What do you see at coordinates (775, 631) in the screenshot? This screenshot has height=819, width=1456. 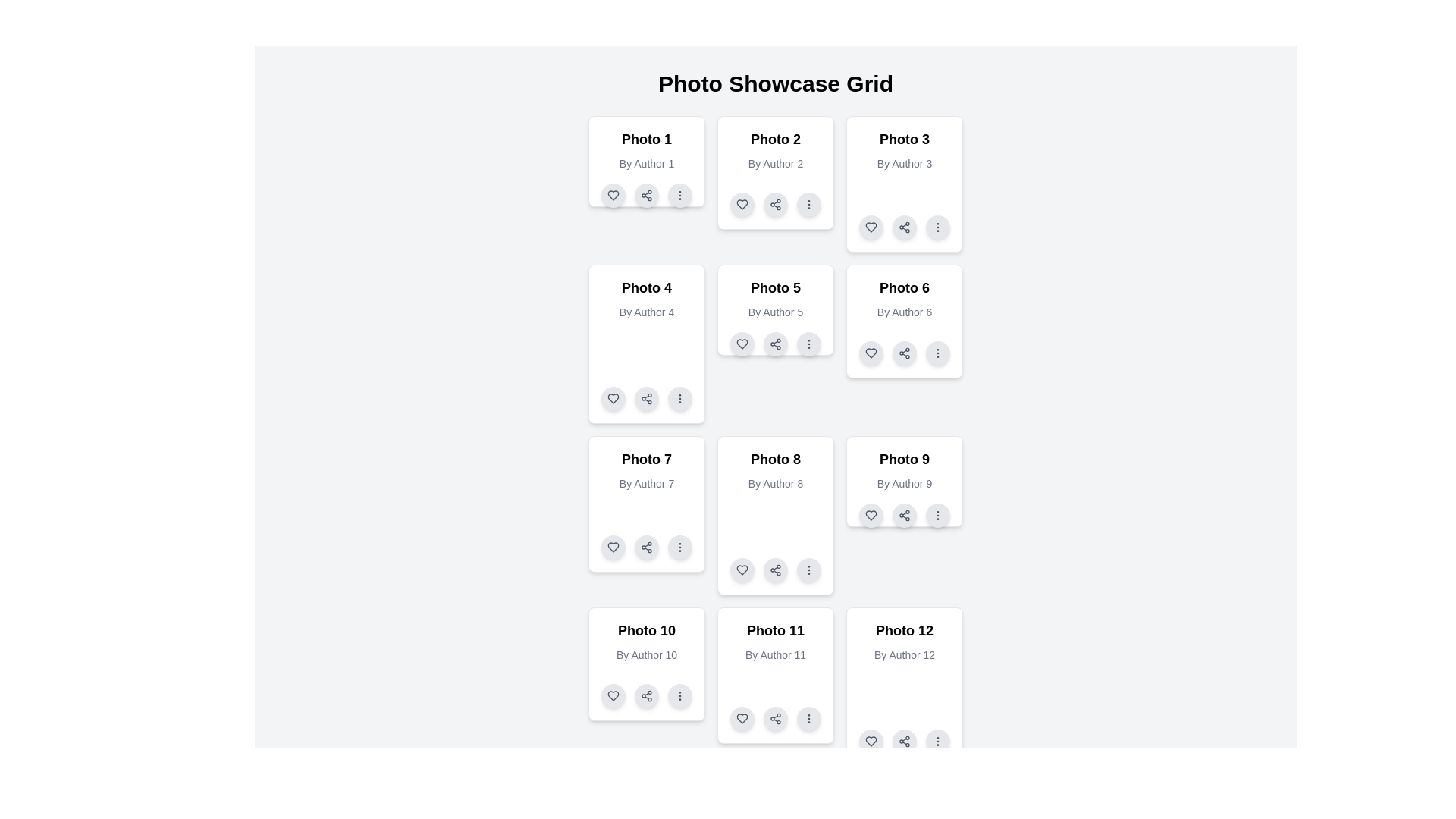 I see `the Text label that displays the title or label of the item in the card located in the fourth row and second column of the grid layout` at bounding box center [775, 631].